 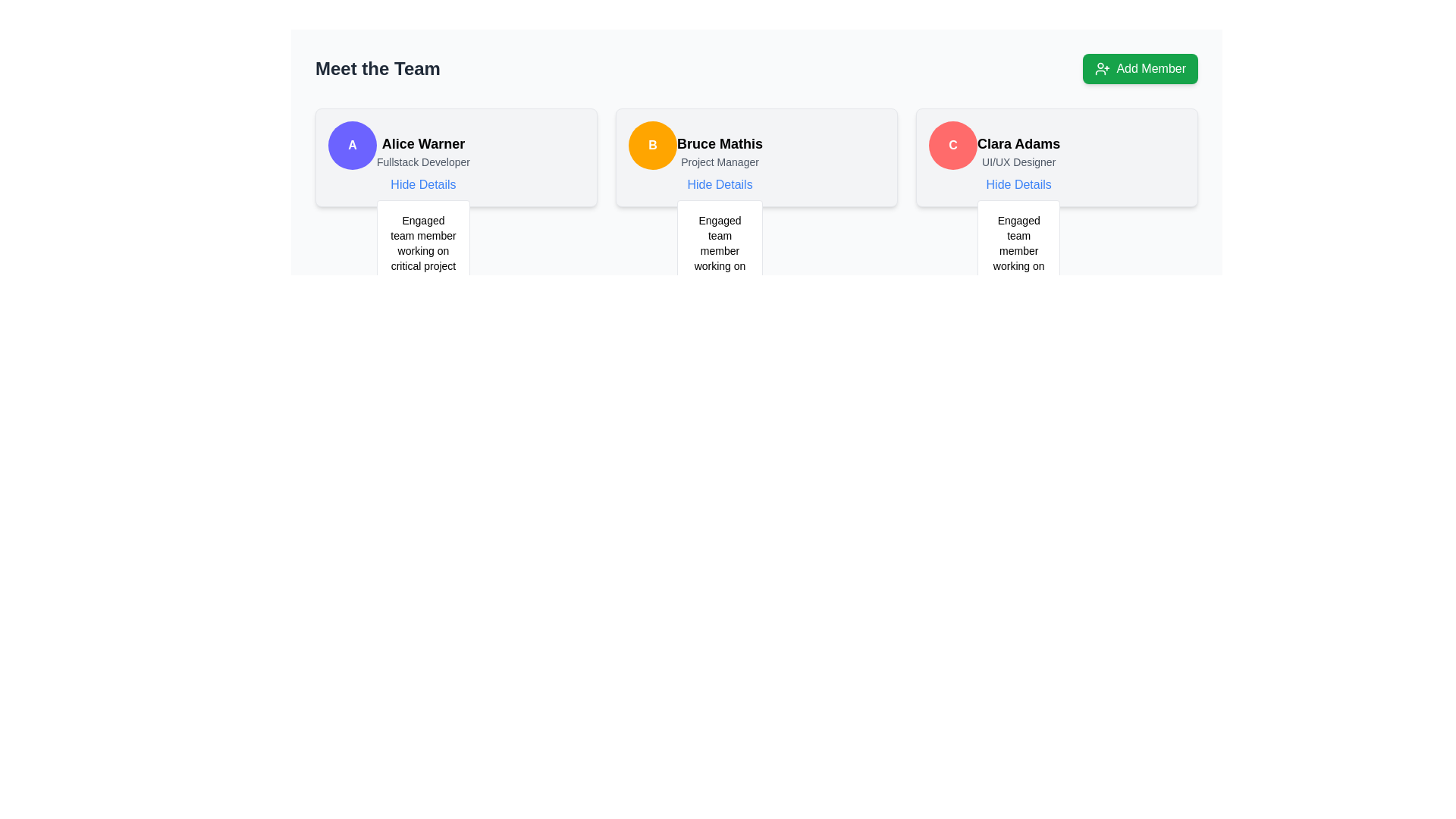 I want to click on the hyperlink or toggle button located beneath the 'Project Manager' title in the 'Bruce Mathis' member card, so click(x=719, y=184).